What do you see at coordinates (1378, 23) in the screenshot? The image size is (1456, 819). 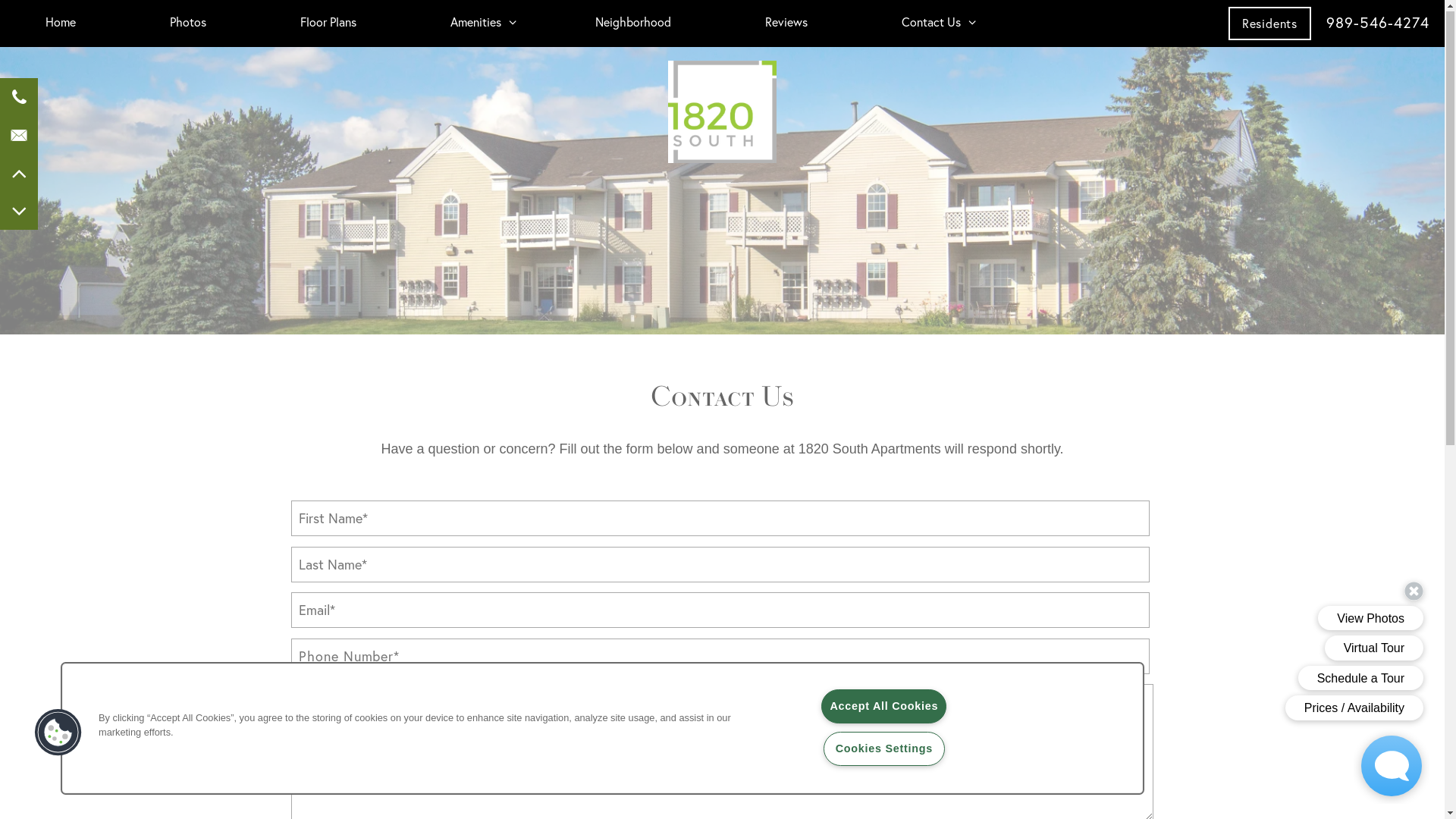 I see `'989-546-4274'` at bounding box center [1378, 23].